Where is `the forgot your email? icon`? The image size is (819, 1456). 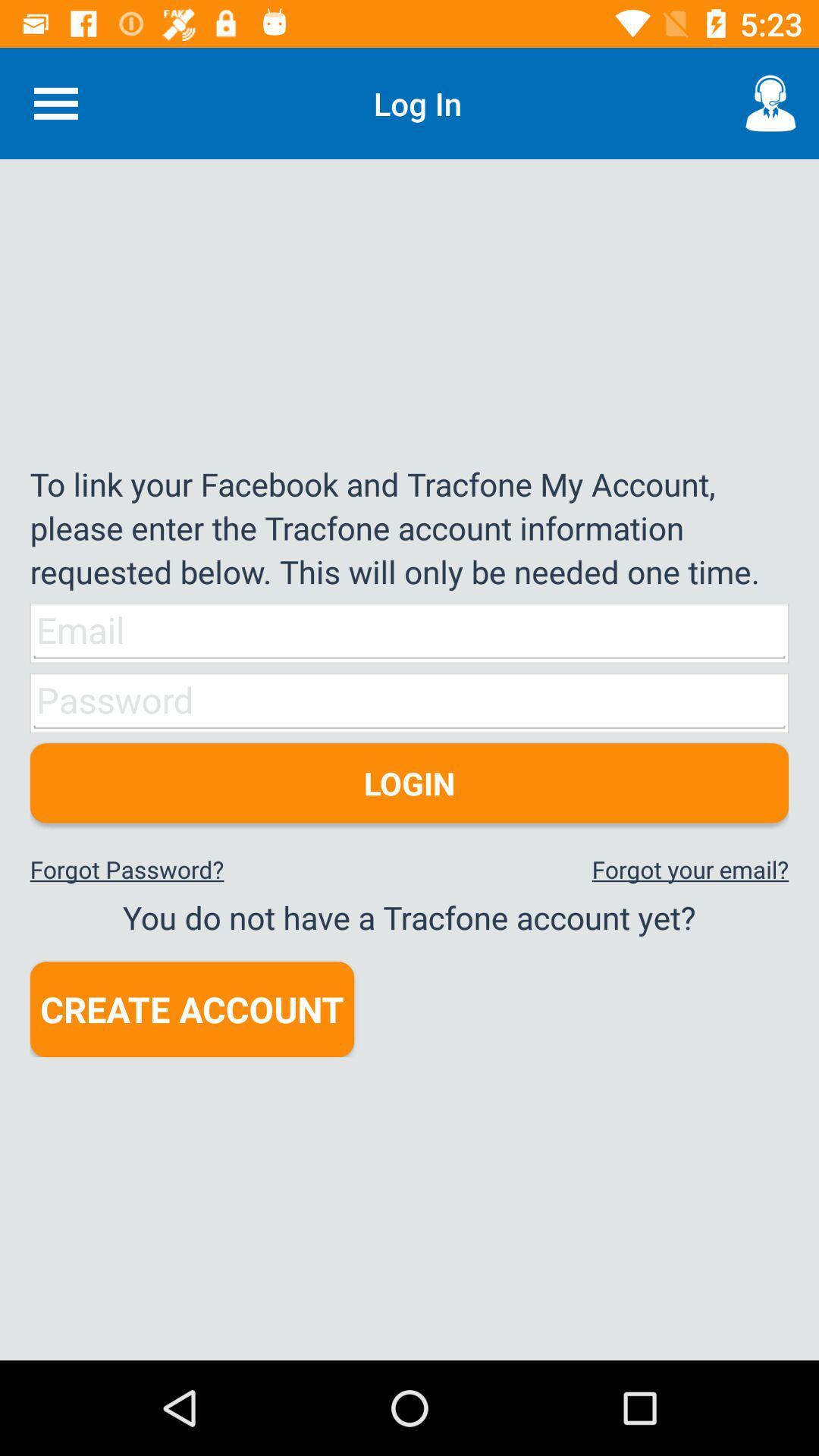
the forgot your email? icon is located at coordinates (690, 869).